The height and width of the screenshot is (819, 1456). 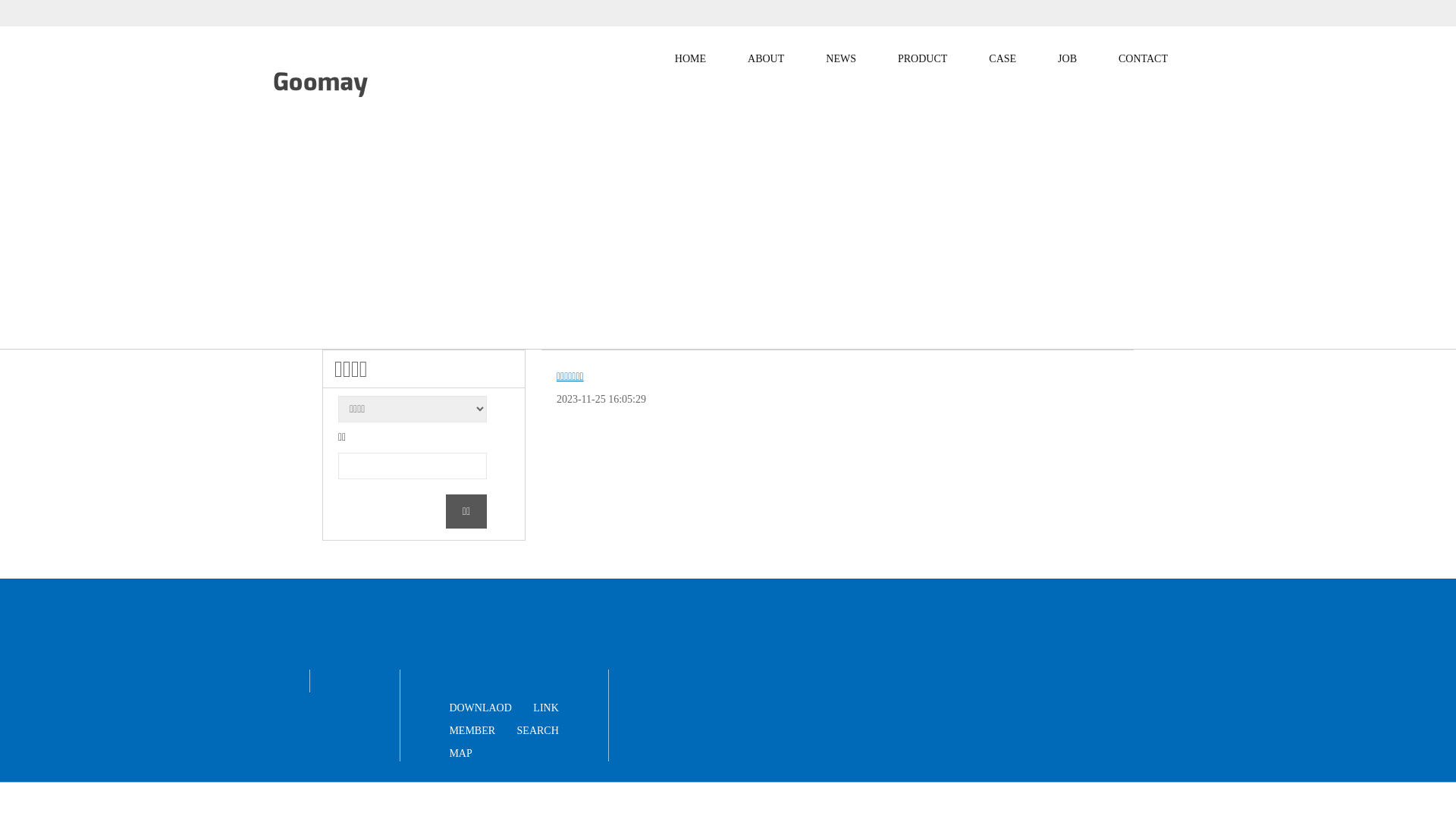 I want to click on 'JOB', so click(x=1066, y=58).